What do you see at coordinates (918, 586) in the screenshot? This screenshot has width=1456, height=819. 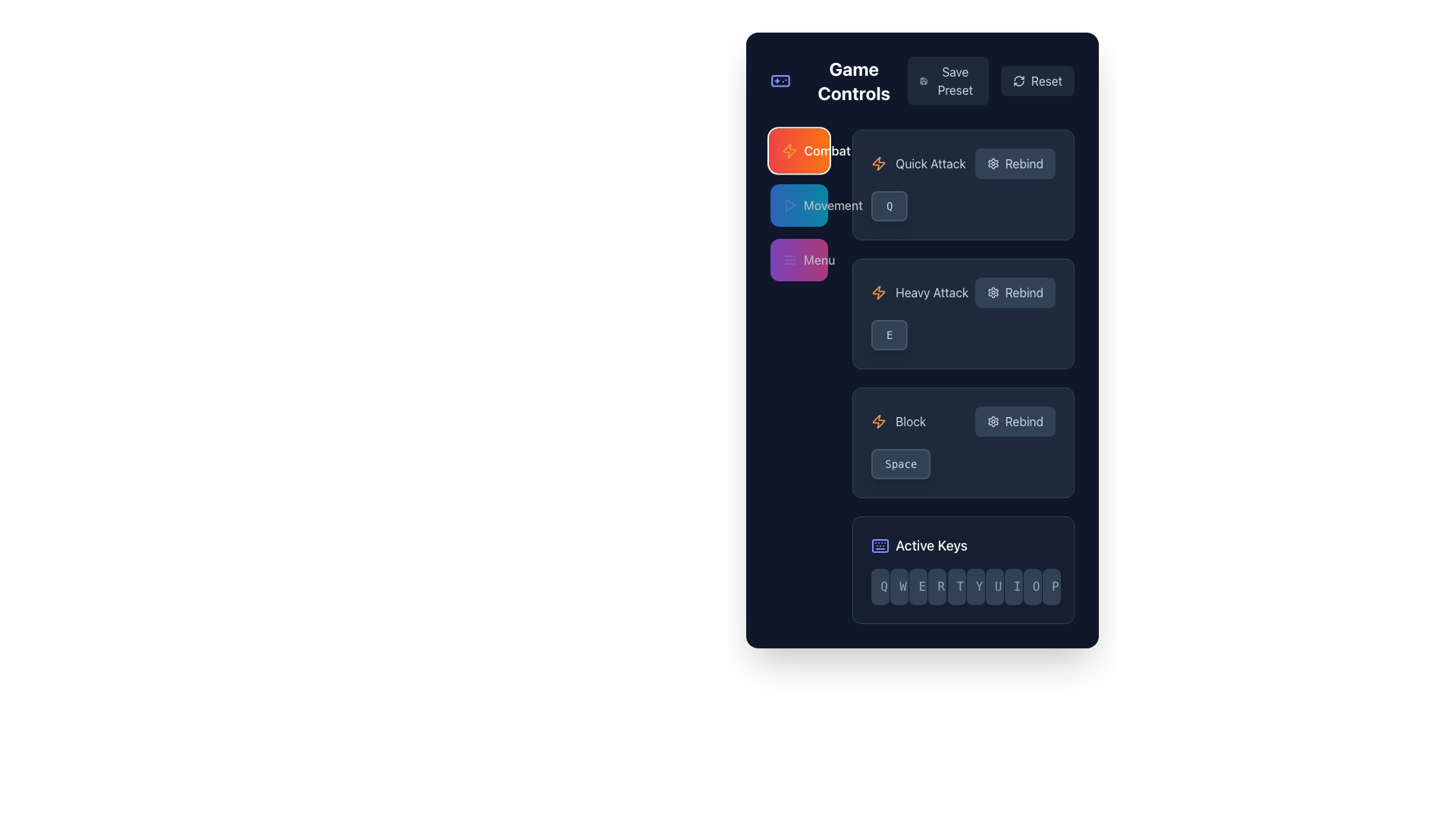 I see `the third button in a row of ten, which has a dark slate background and displays the letter 'E' in light slate text` at bounding box center [918, 586].